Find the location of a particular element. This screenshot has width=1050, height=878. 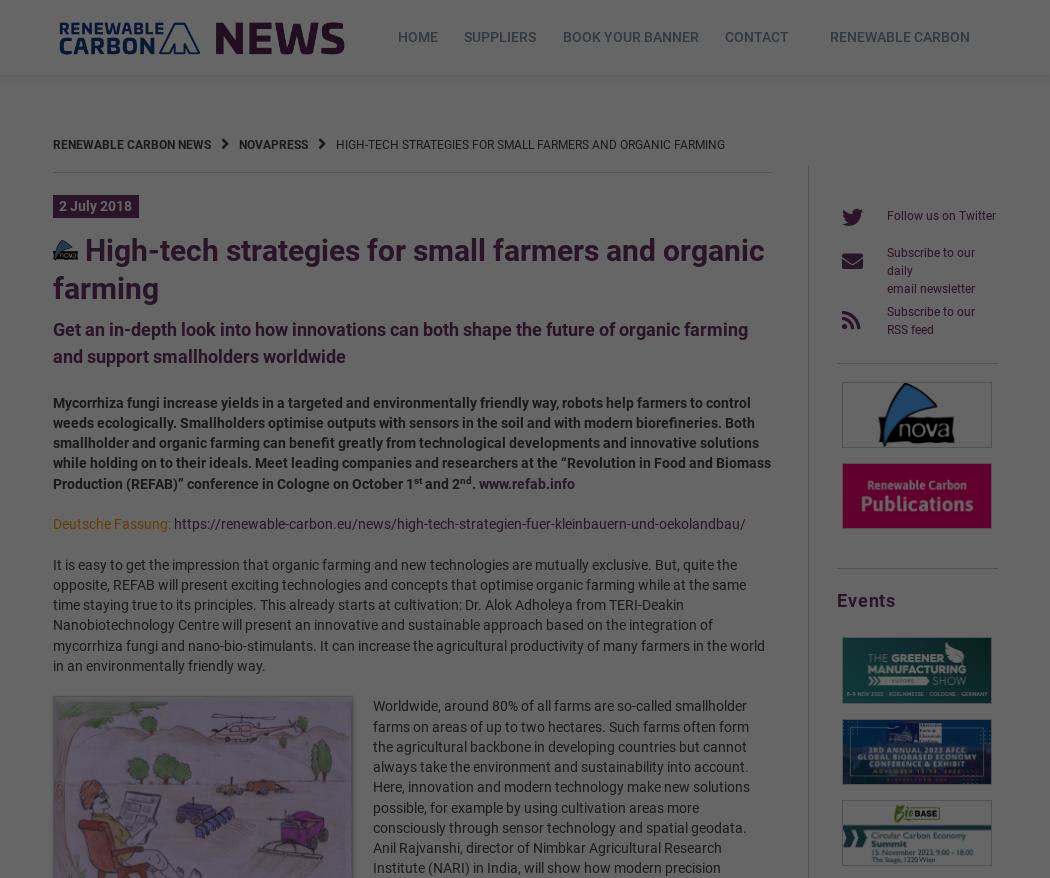

'RSS feed' is located at coordinates (884, 328).